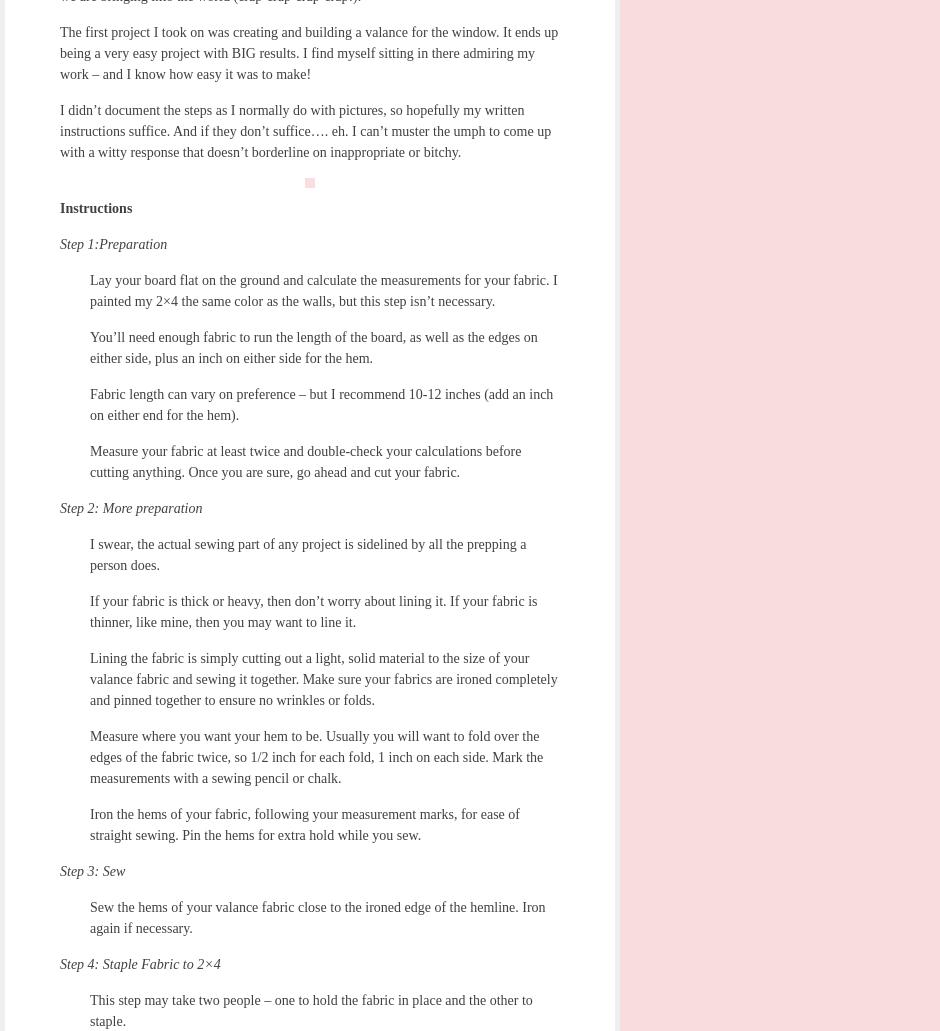 The image size is (940, 1031). I want to click on 'Step 2: More preparation', so click(130, 507).